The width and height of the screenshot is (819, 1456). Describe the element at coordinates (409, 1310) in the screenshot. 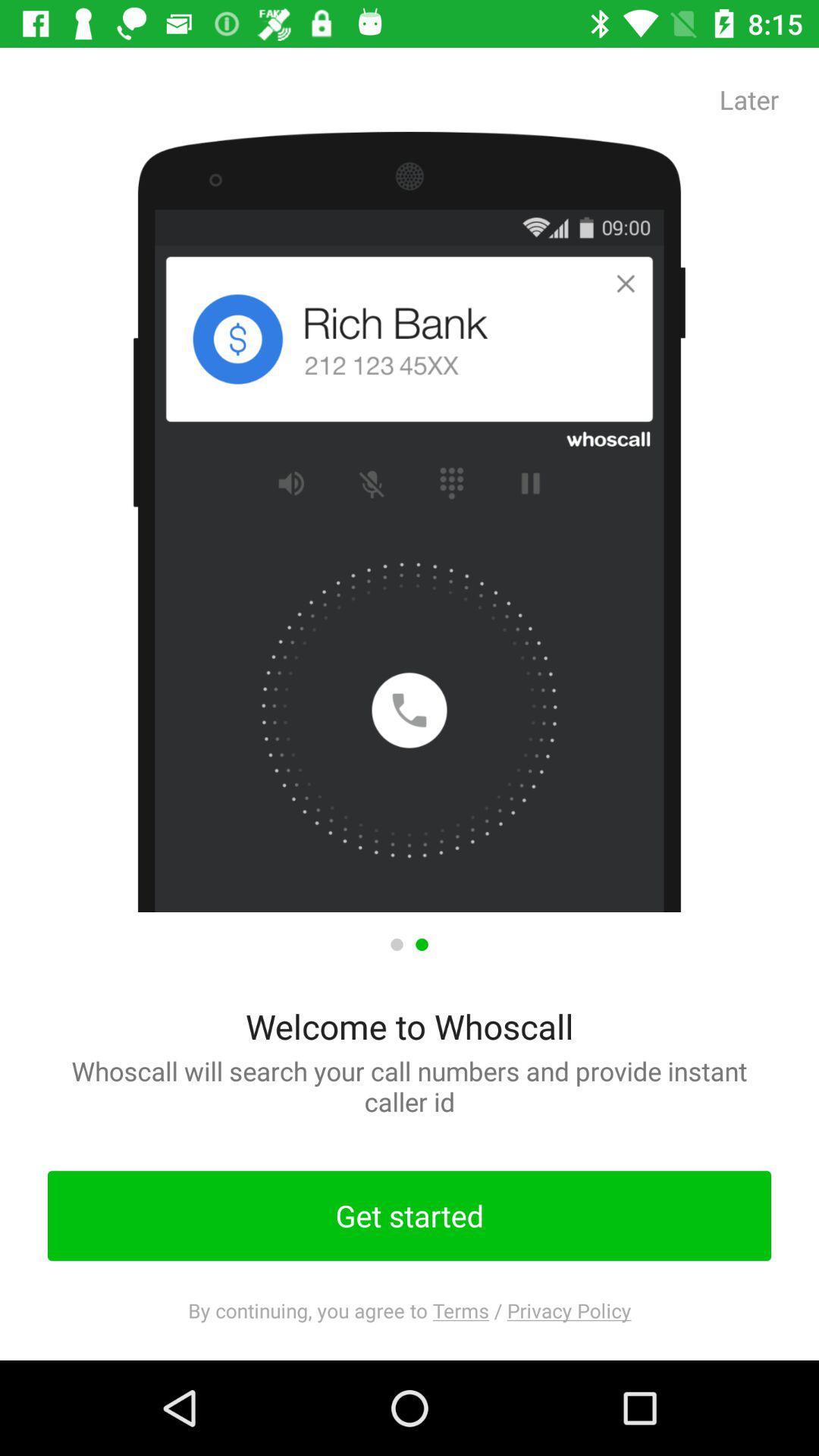

I see `the app below get started icon` at that location.